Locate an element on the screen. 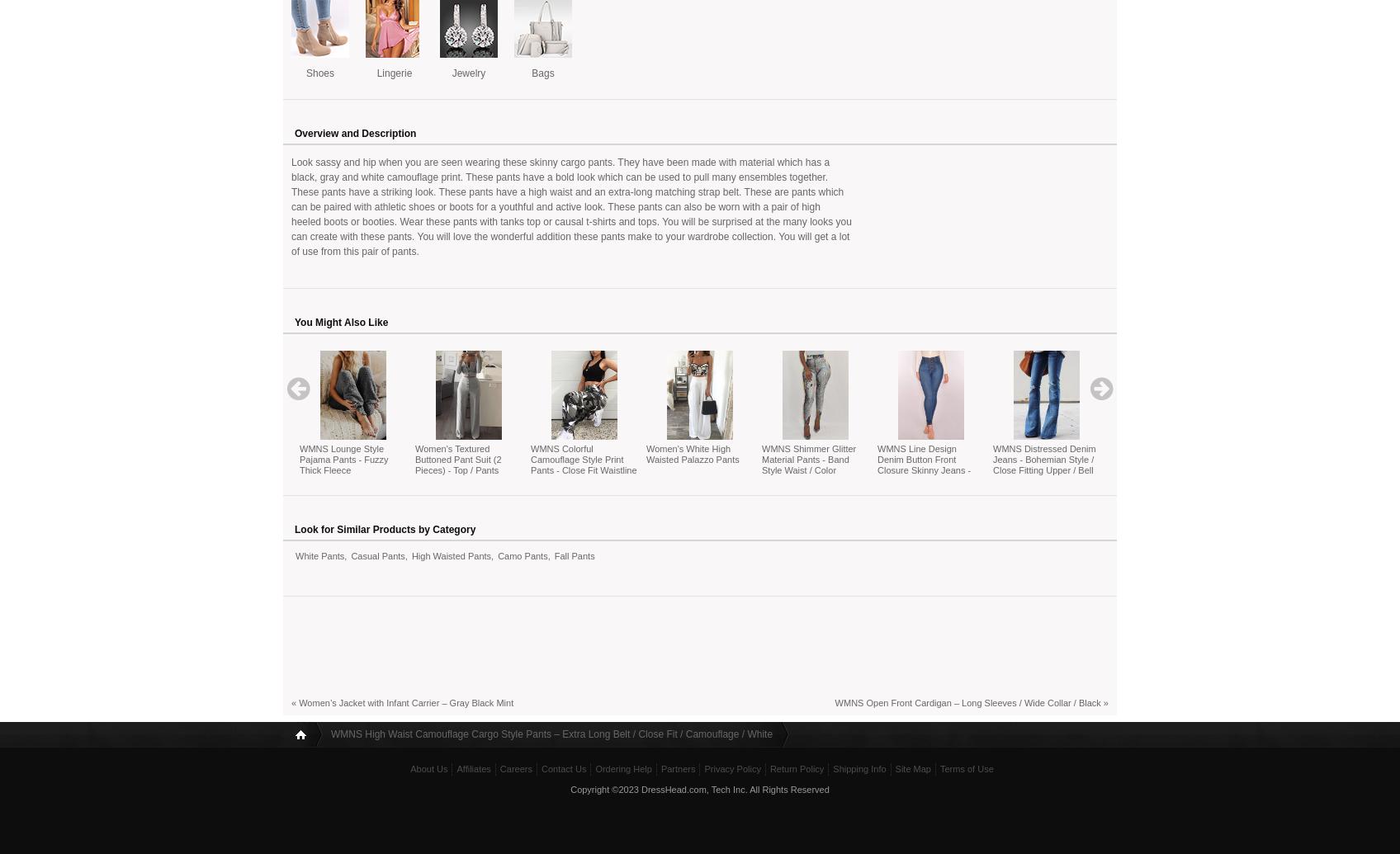 The image size is (1400, 854). 'Camo Pants' is located at coordinates (522, 554).